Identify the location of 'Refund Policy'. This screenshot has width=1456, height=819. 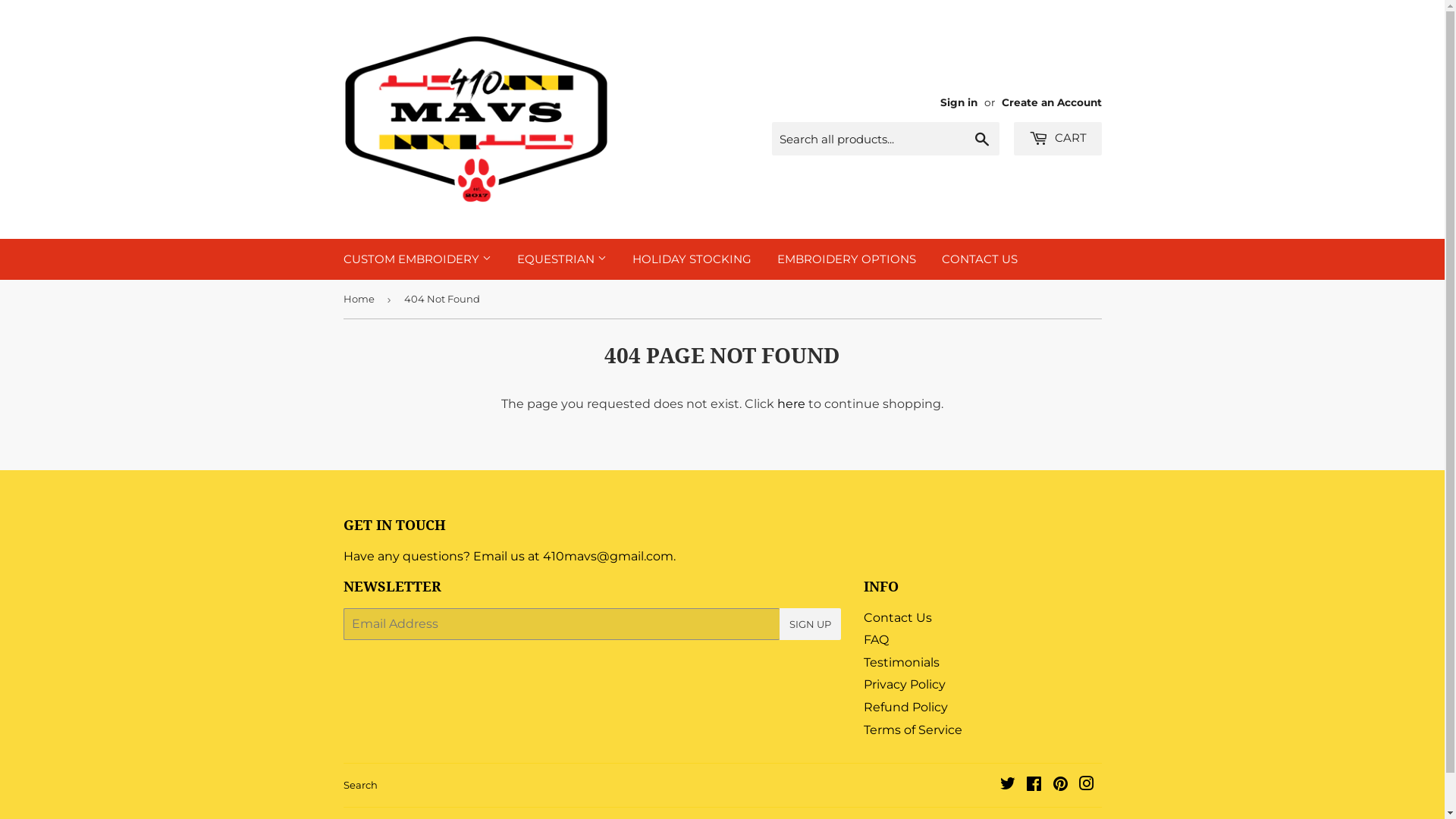
(863, 707).